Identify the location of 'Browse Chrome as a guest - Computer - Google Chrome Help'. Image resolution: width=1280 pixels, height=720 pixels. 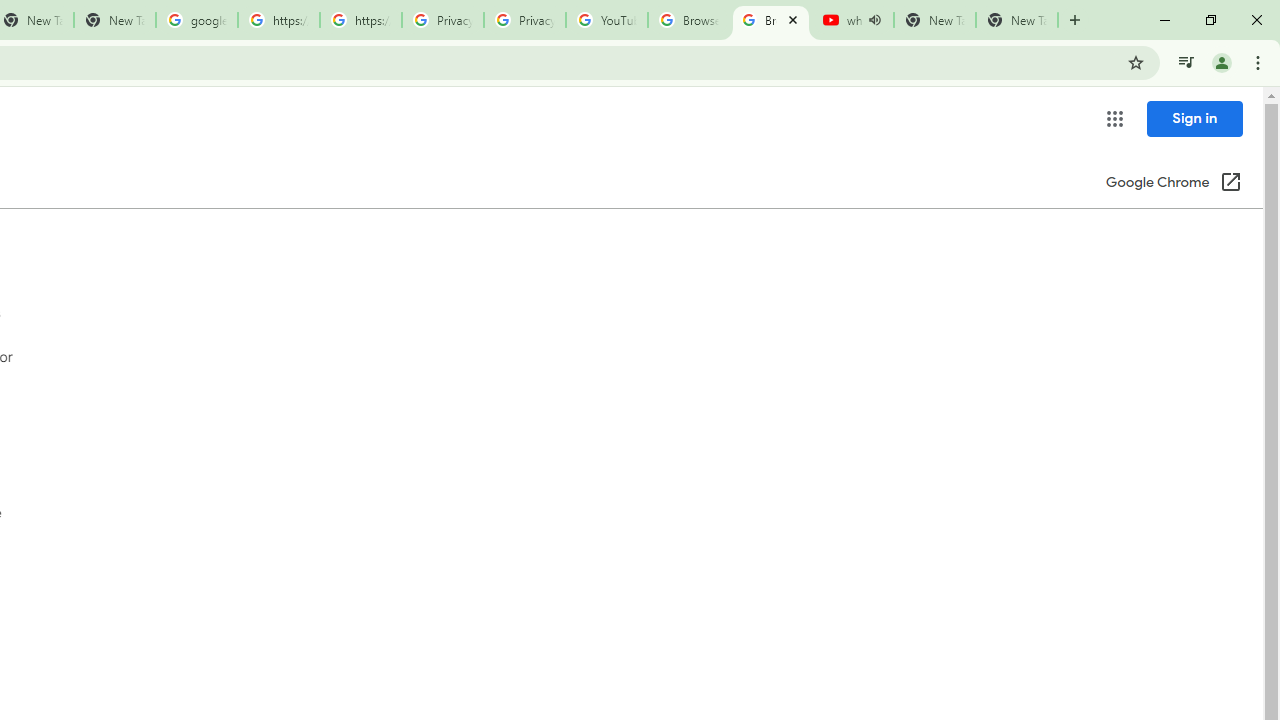
(688, 20).